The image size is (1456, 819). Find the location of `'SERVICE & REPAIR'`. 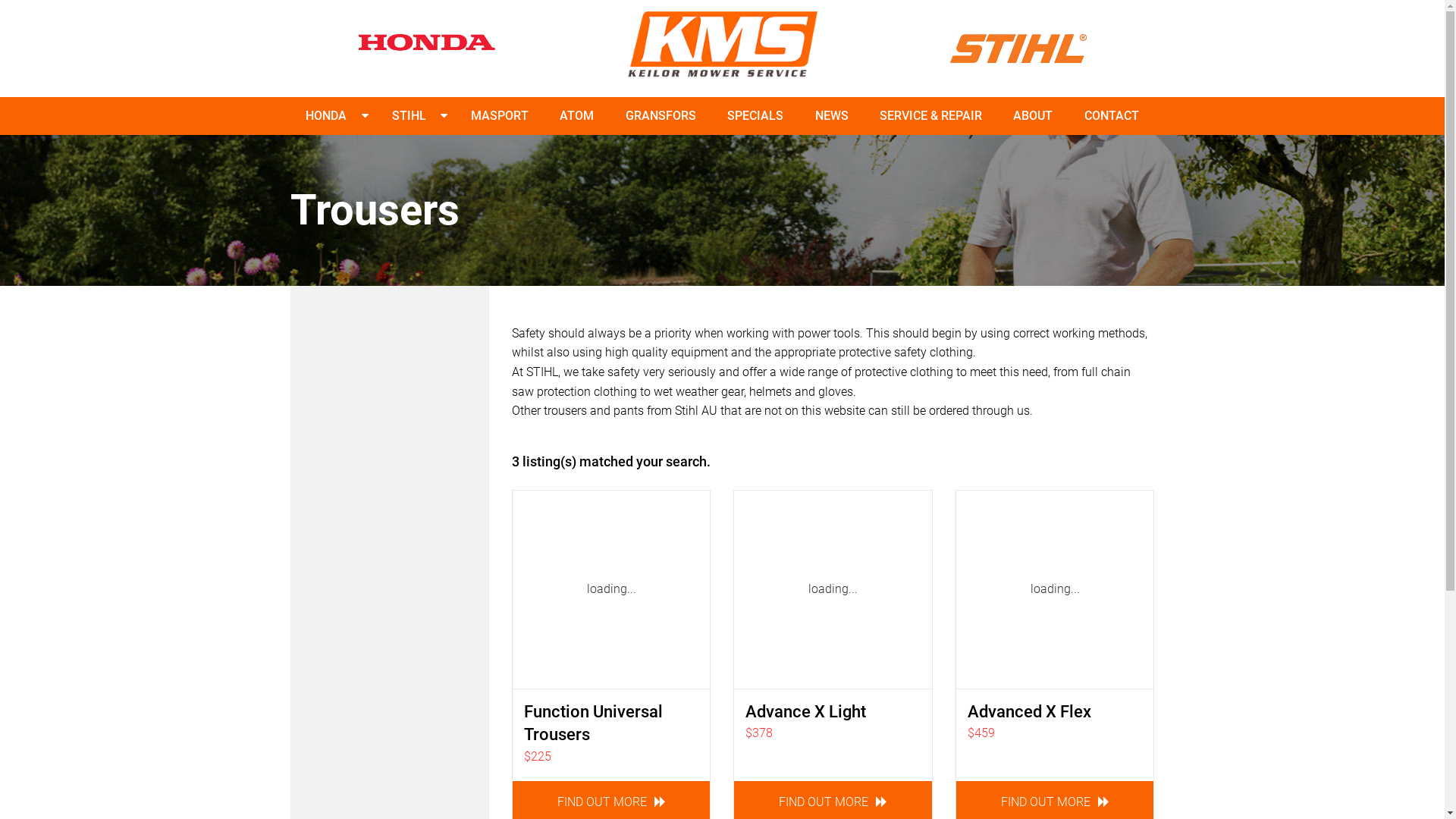

'SERVICE & REPAIR' is located at coordinates (930, 115).